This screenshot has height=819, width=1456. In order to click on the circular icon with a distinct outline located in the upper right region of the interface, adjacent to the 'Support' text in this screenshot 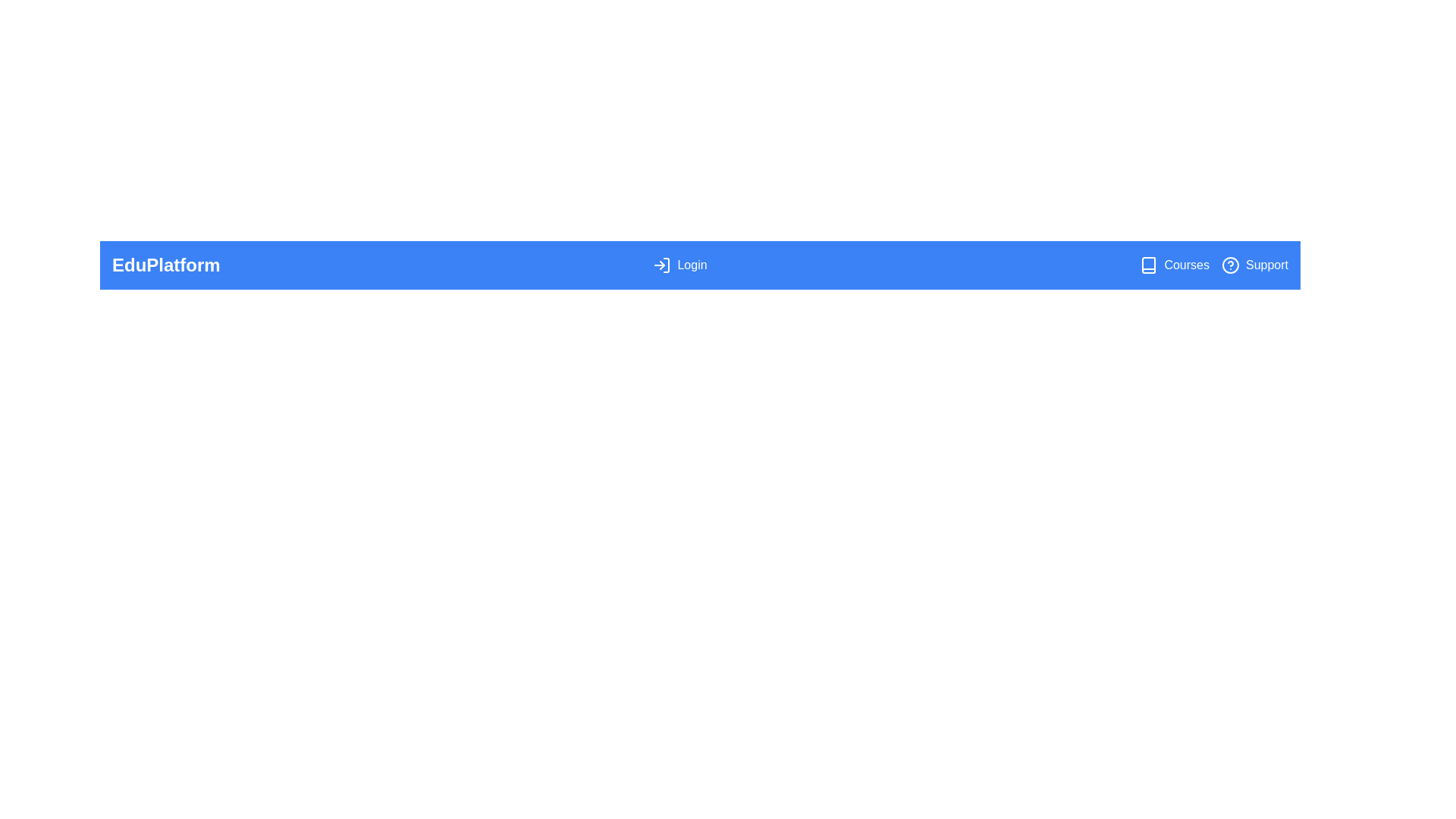, I will do `click(1230, 265)`.